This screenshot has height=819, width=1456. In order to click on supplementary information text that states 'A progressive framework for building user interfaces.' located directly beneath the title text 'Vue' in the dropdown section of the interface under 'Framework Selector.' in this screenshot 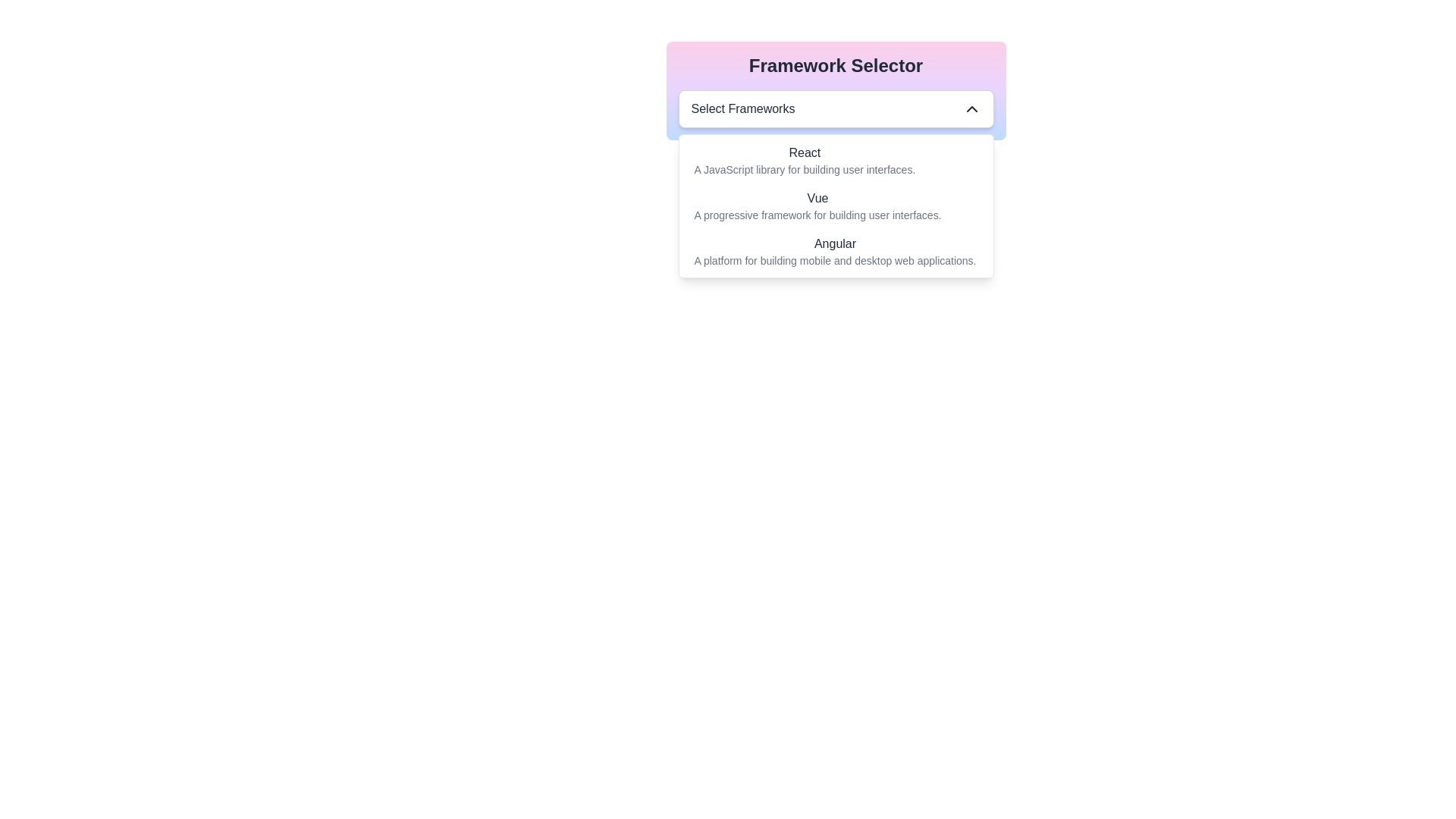, I will do `click(817, 215)`.